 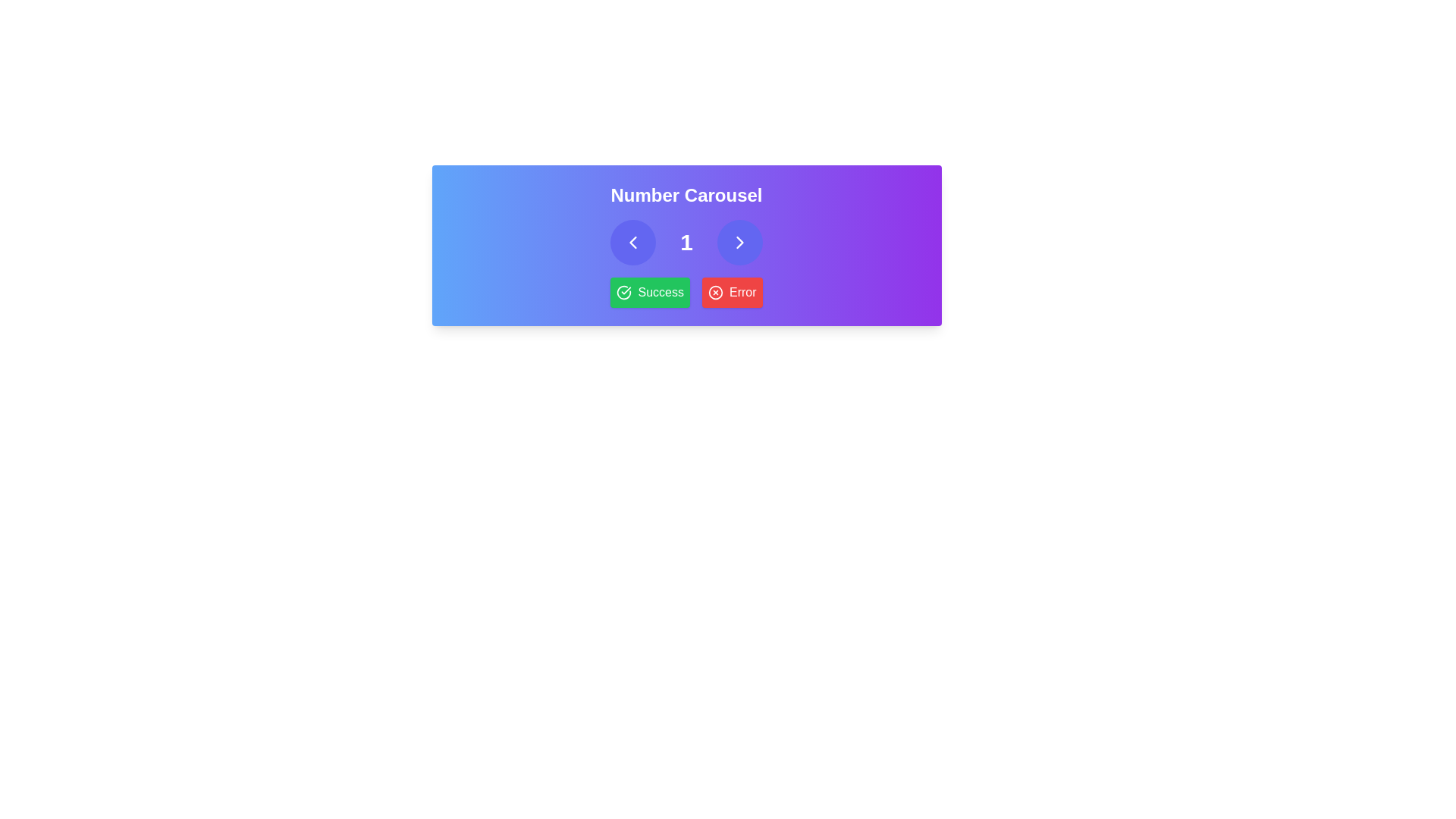 I want to click on the interactive chevron arrow icon located within a circular button, positioned to the right of the visible number '1' in the 'Number Carousel' section, so click(x=739, y=242).